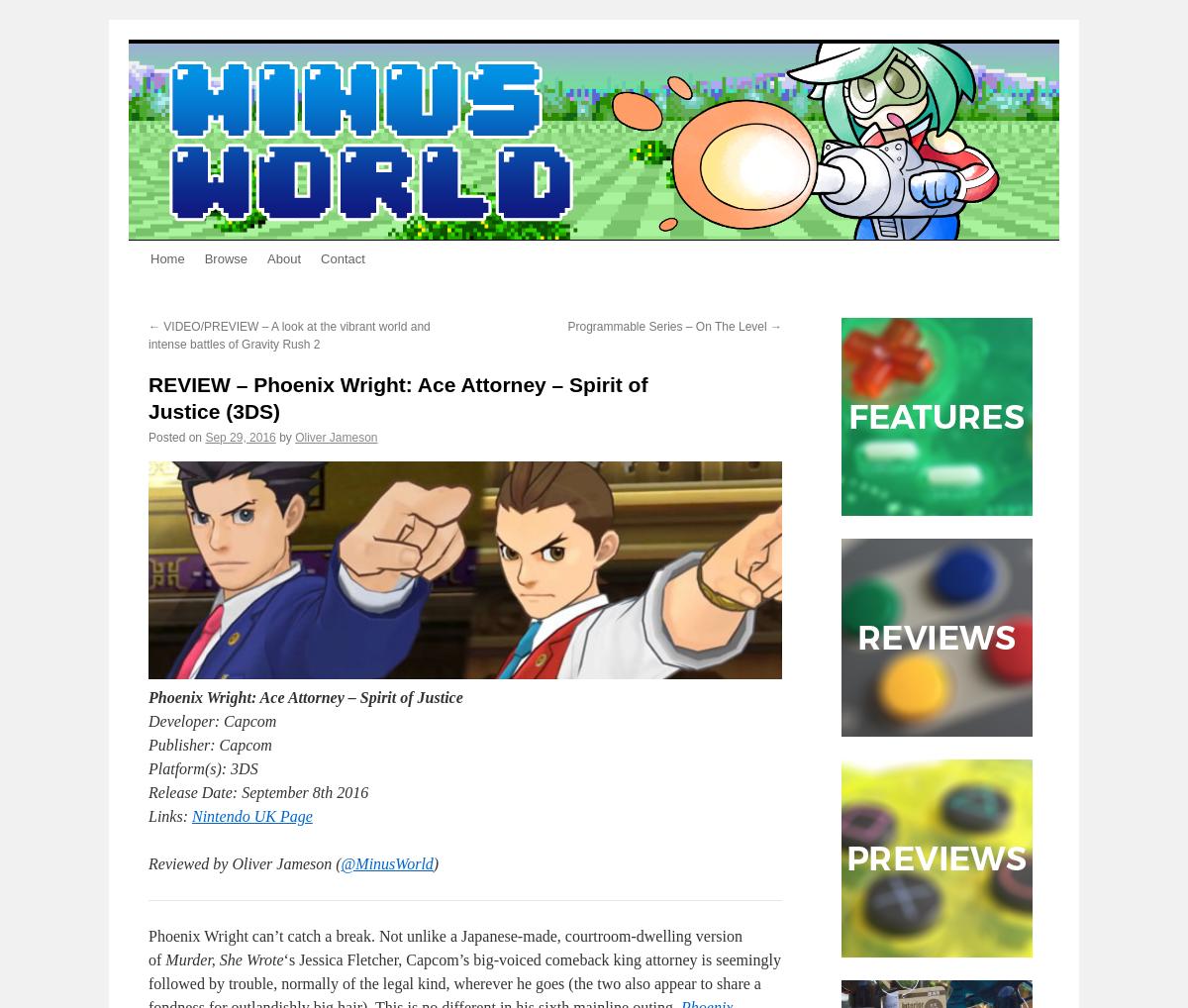  I want to click on 'Phoenix Wright can’t catch a break. Not unlike a Japanese-made, courtroom-dwelling version of', so click(445, 947).